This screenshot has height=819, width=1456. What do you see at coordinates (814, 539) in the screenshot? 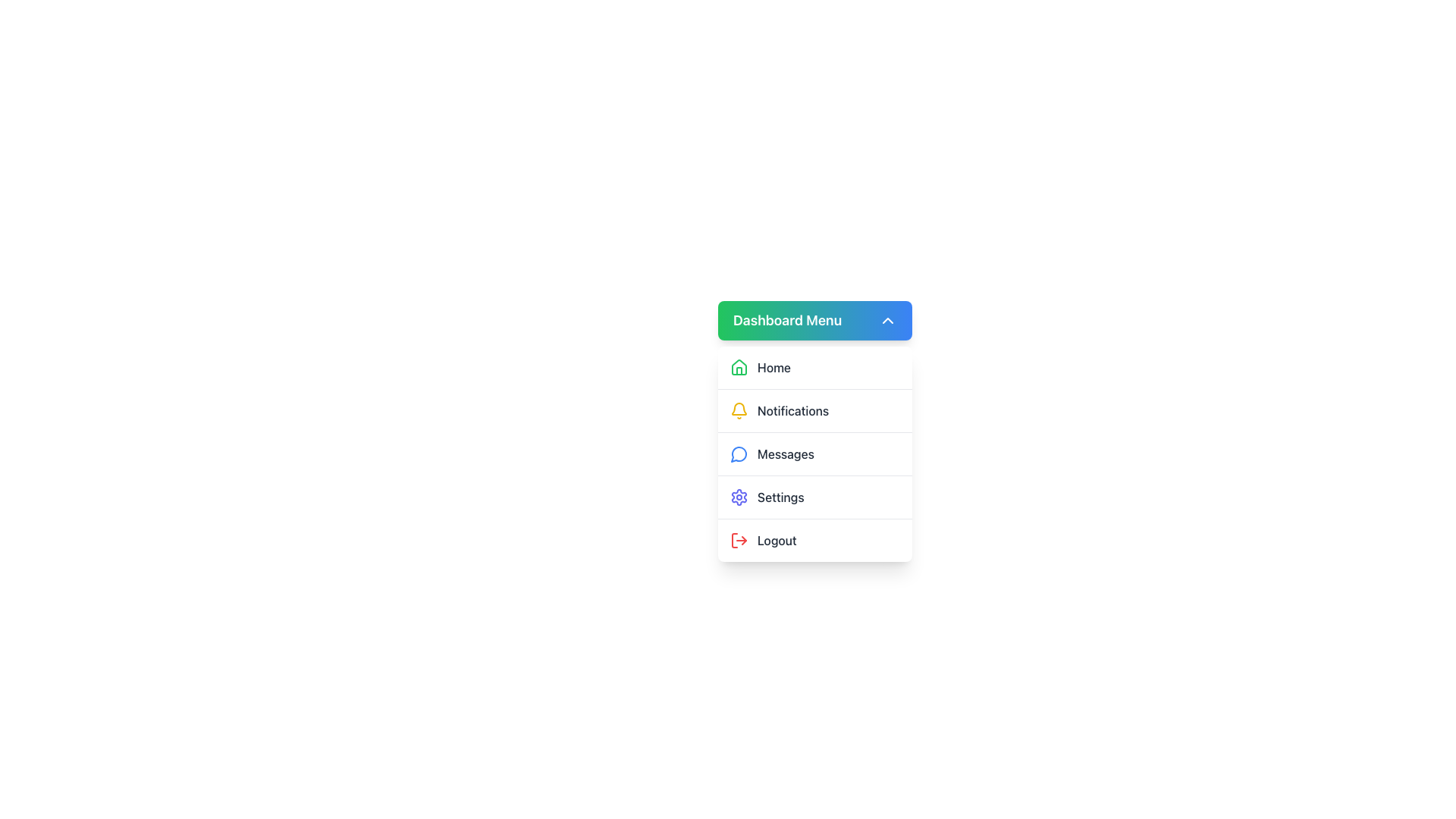
I see `the 'Logout' menu item, which is identifiable by its red arrow icon and medium weight gray text, positioned below the 'Settings' menu item in the vertical menu` at bounding box center [814, 539].